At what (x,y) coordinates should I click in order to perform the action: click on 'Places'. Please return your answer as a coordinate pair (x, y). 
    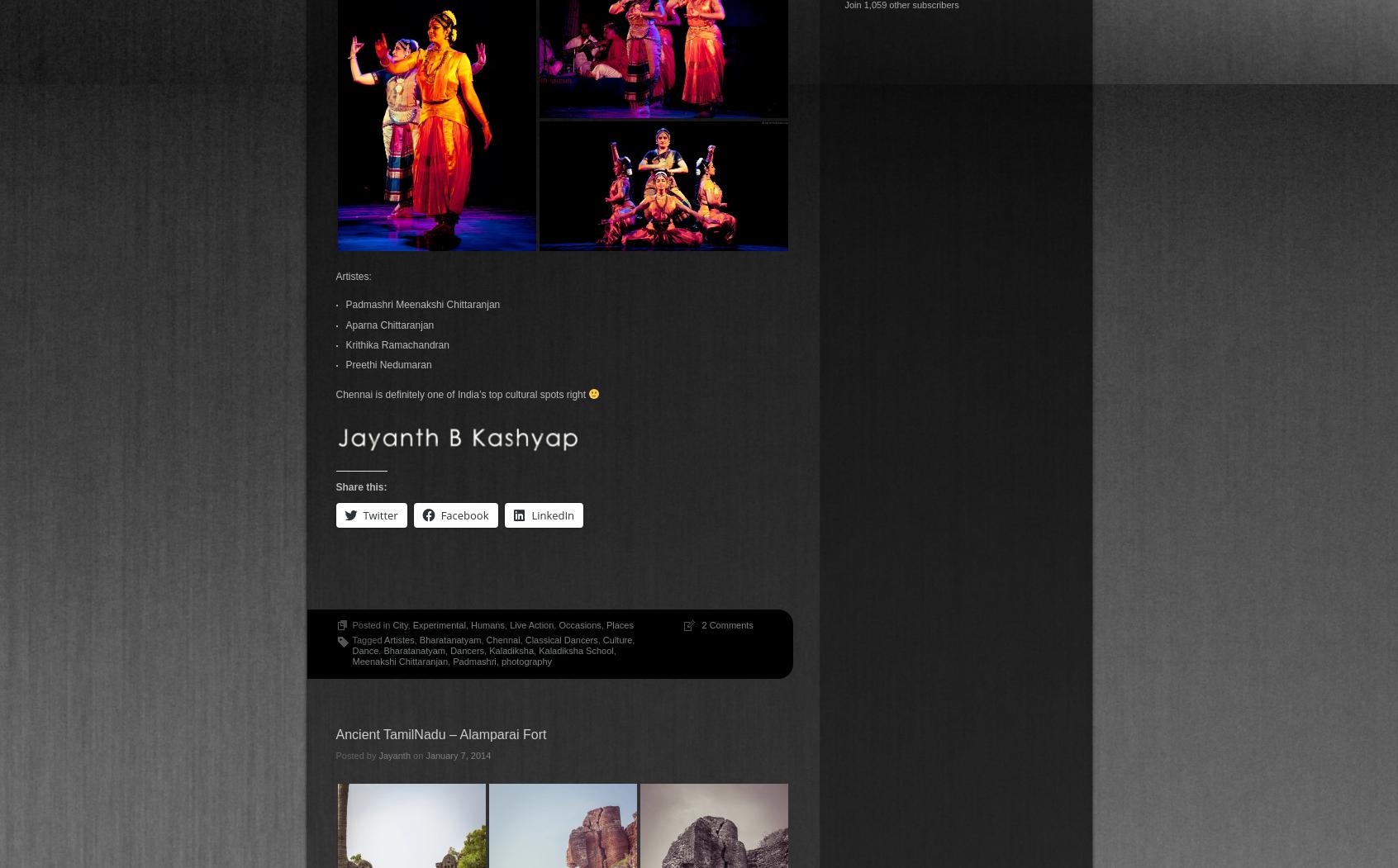
    Looking at the image, I should click on (618, 625).